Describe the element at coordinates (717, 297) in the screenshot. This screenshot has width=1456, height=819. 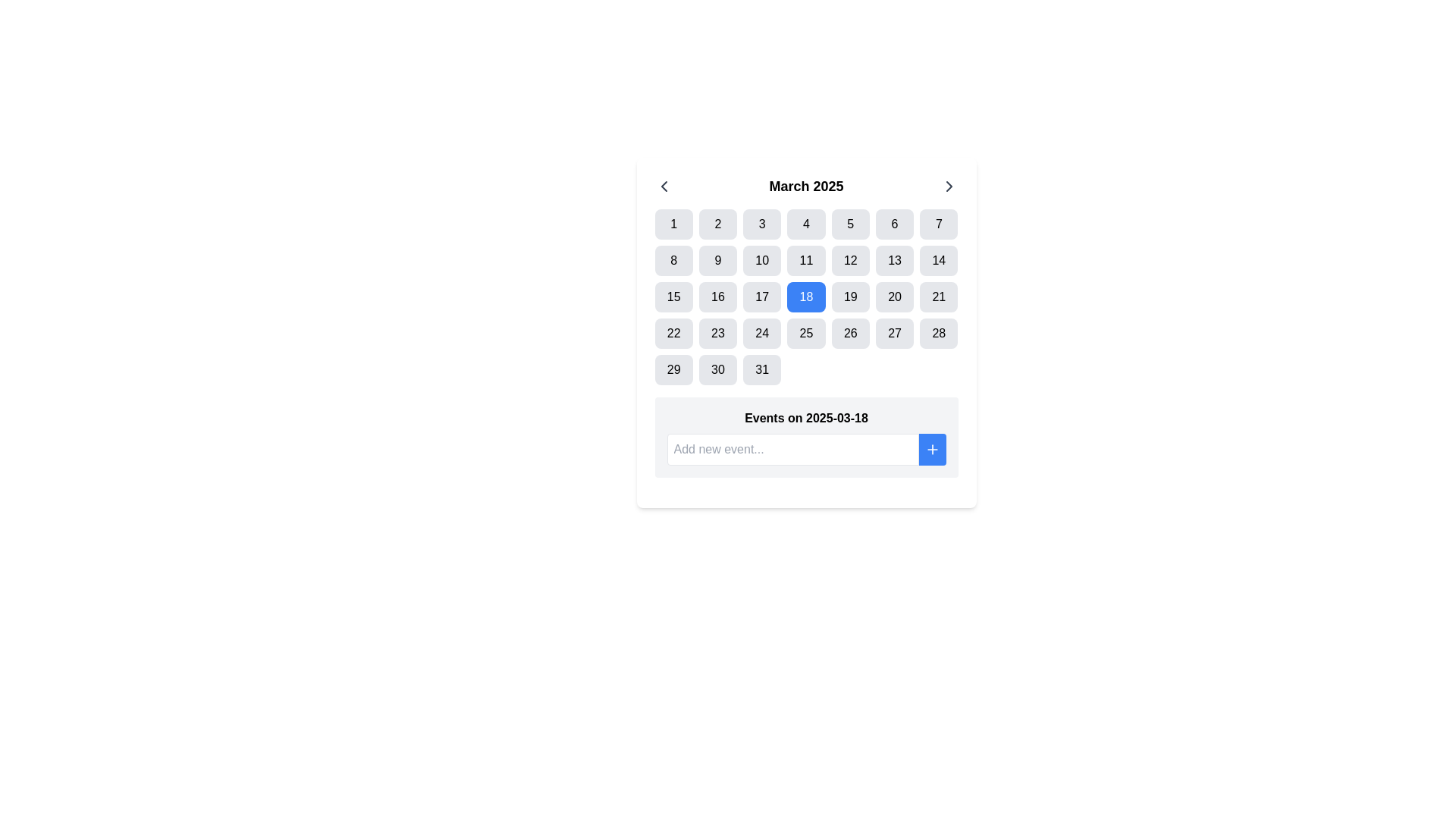
I see `the selectable date option button located` at that location.